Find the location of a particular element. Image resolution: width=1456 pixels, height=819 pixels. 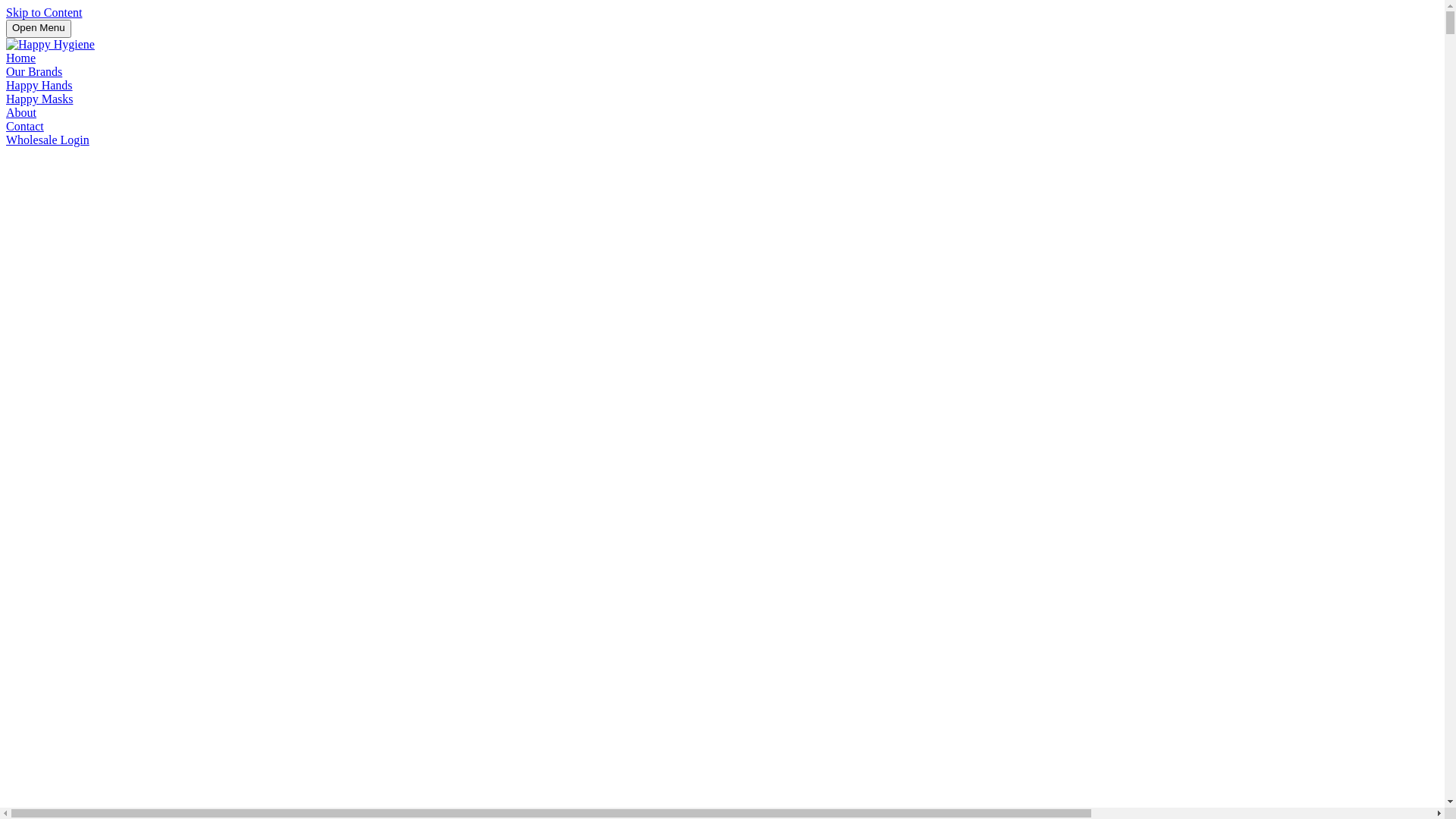

'About' is located at coordinates (6, 111).